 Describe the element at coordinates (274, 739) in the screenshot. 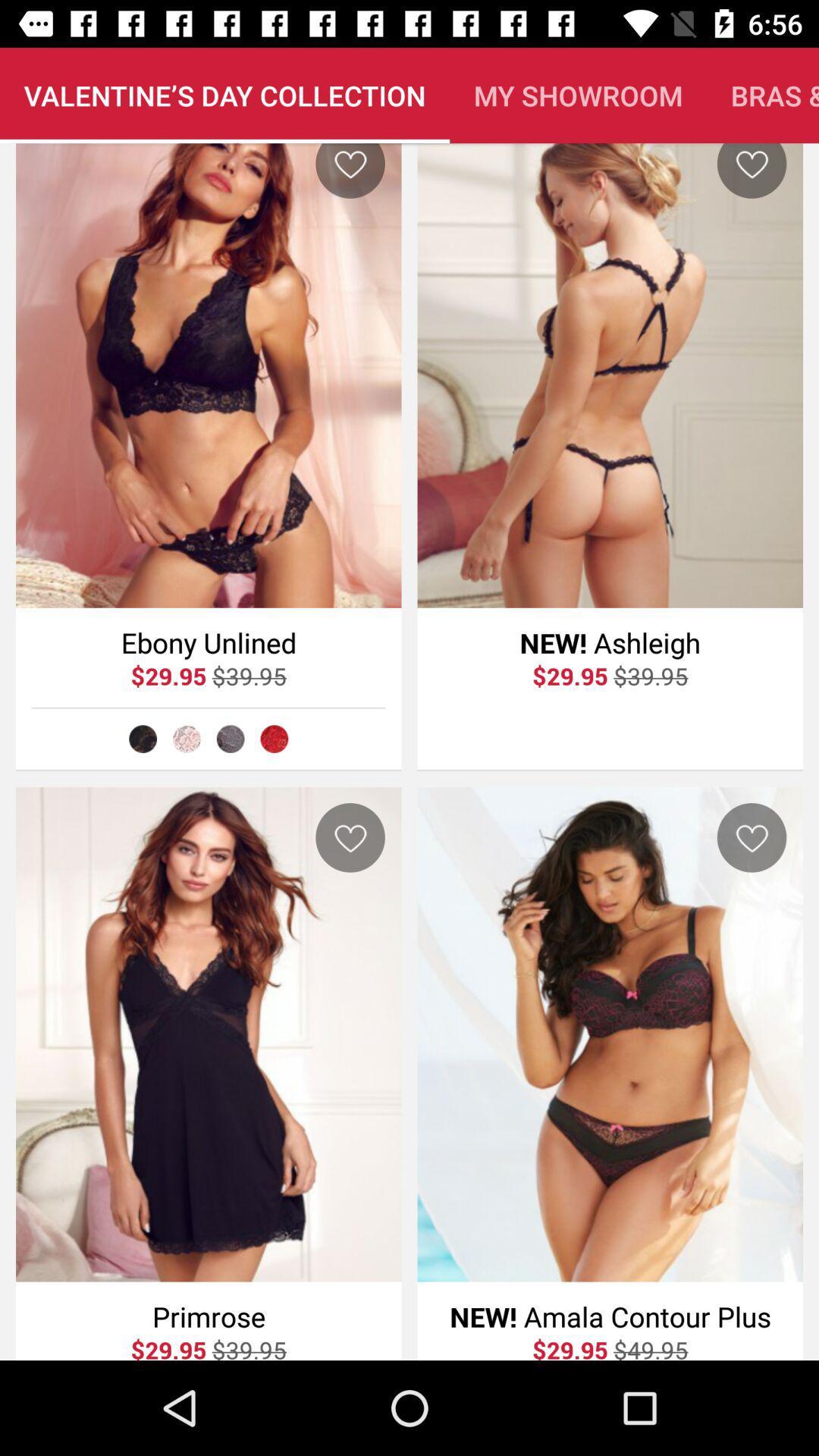

I see `the red option` at that location.